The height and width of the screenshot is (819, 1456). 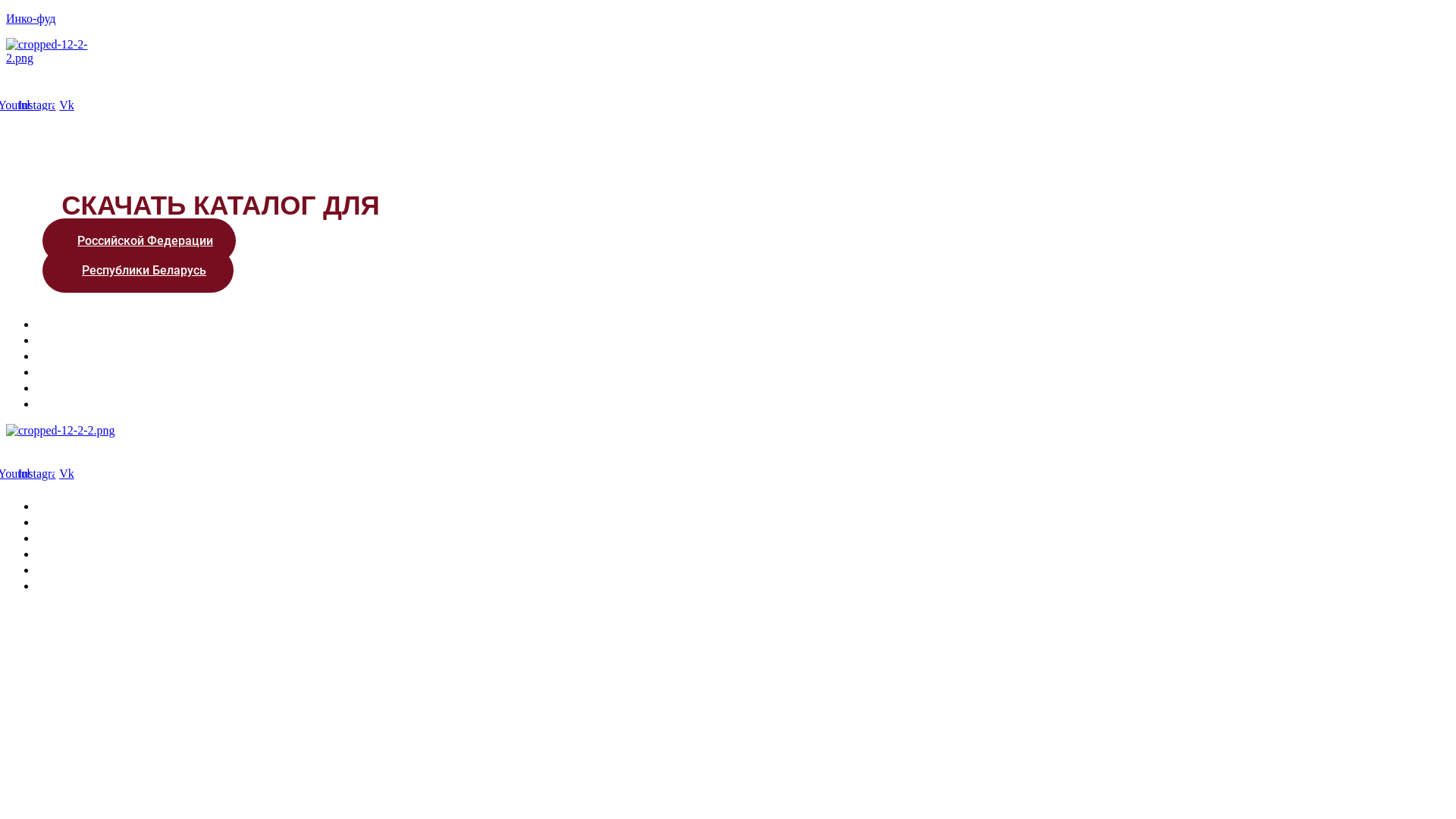 What do you see at coordinates (61, 430) in the screenshot?
I see `'cropped-12-2-2.png'` at bounding box center [61, 430].